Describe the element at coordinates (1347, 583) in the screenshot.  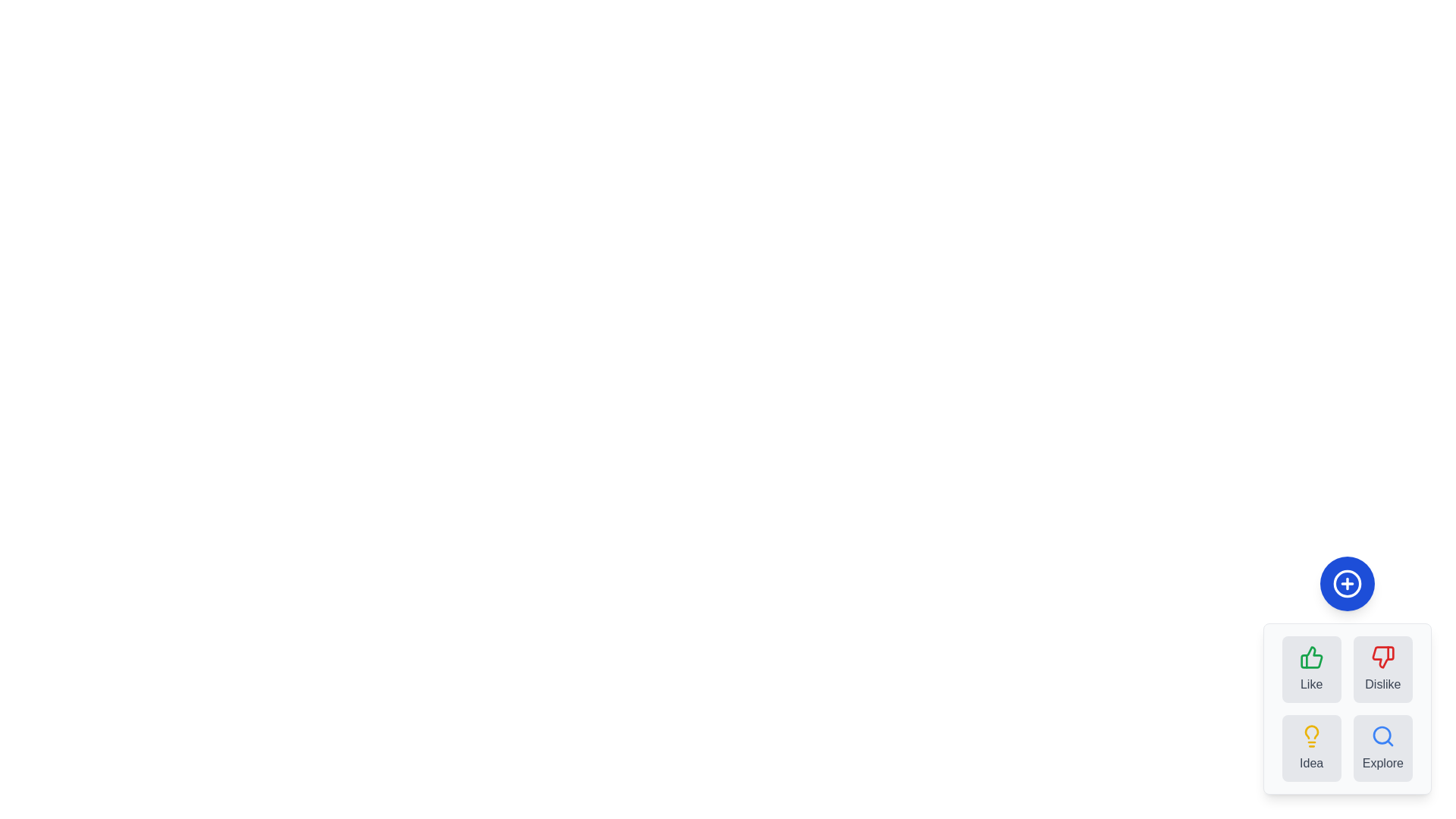
I see `the '+' button to toggle the menu visibility` at that location.